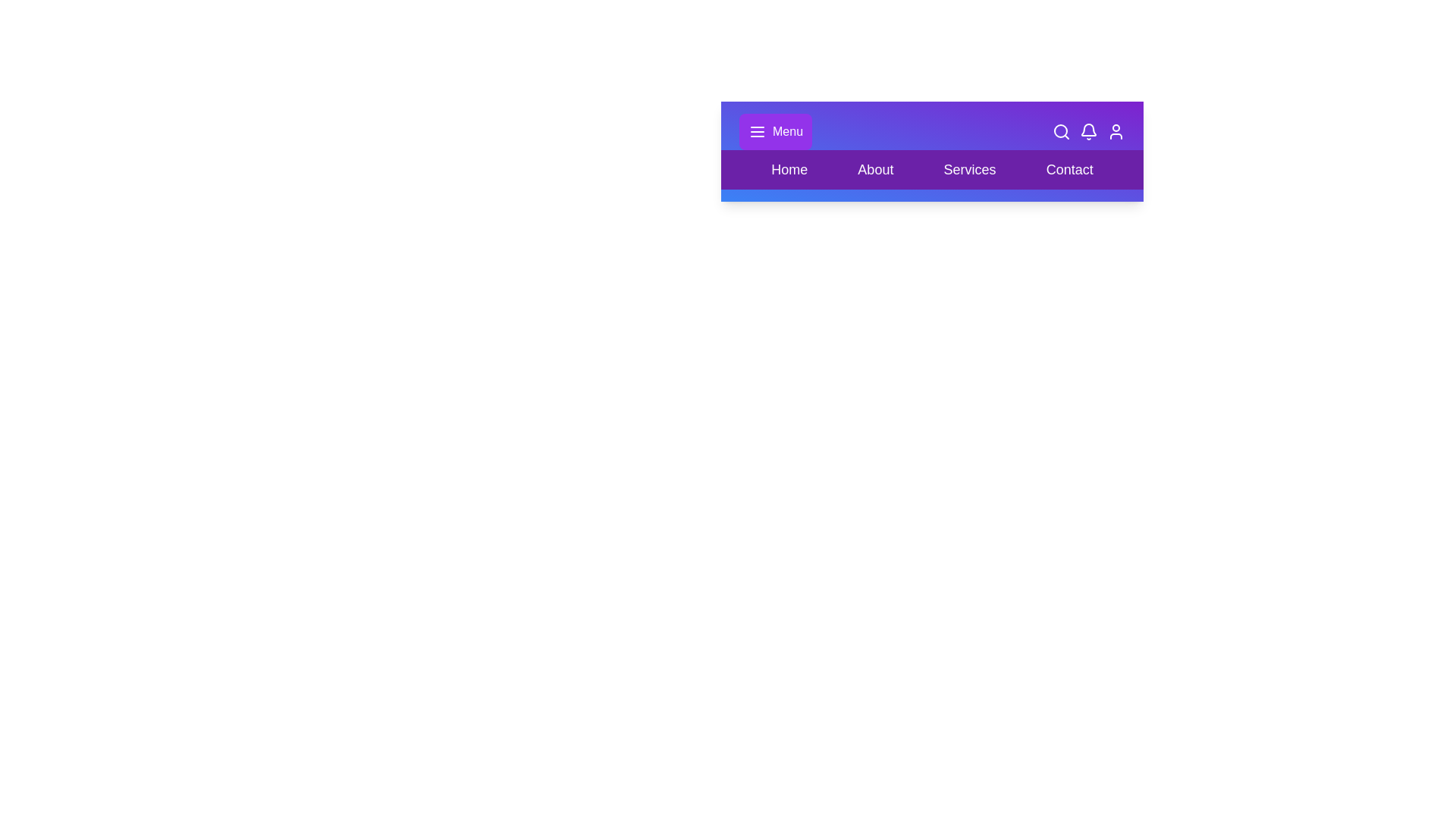 This screenshot has height=819, width=1456. I want to click on the element Search to highlight it, so click(1061, 130).